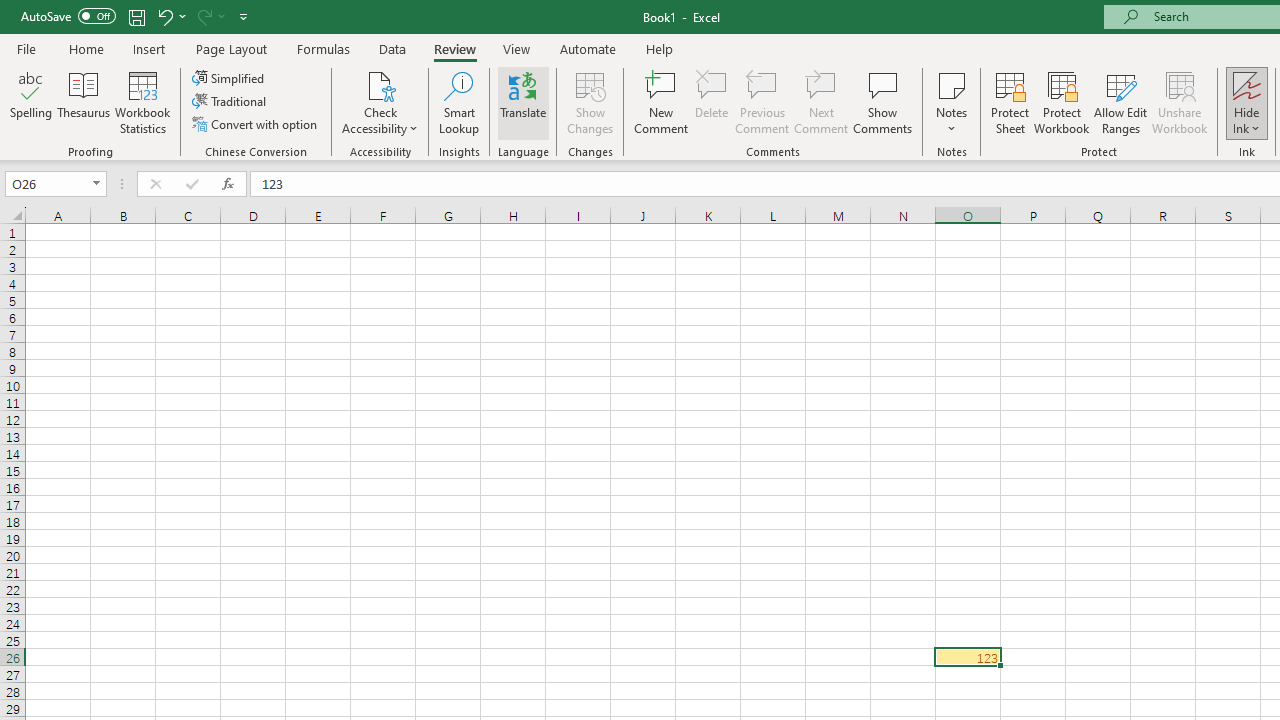 The image size is (1280, 720). Describe the element at coordinates (230, 77) in the screenshot. I see `'Simplified'` at that location.